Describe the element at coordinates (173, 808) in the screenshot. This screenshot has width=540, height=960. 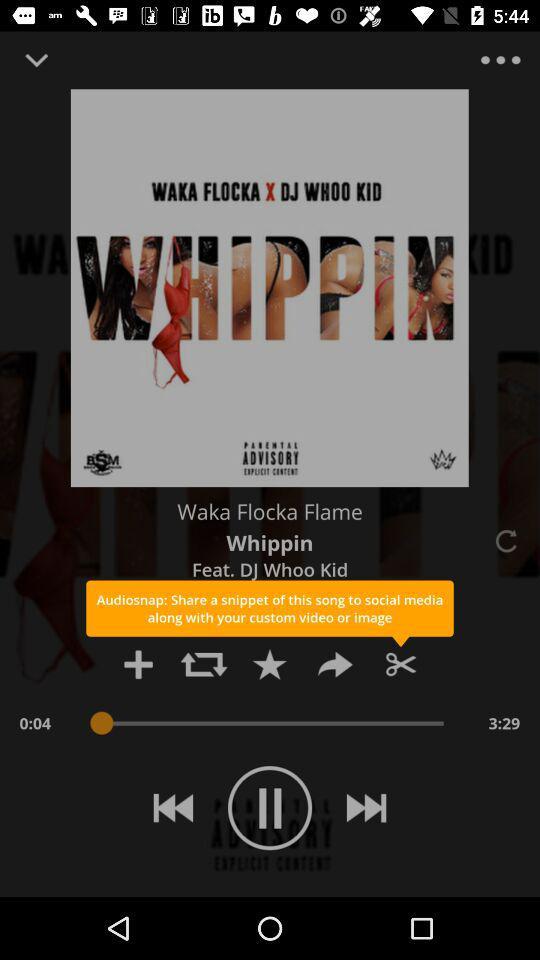
I see `the av_rewind icon` at that location.